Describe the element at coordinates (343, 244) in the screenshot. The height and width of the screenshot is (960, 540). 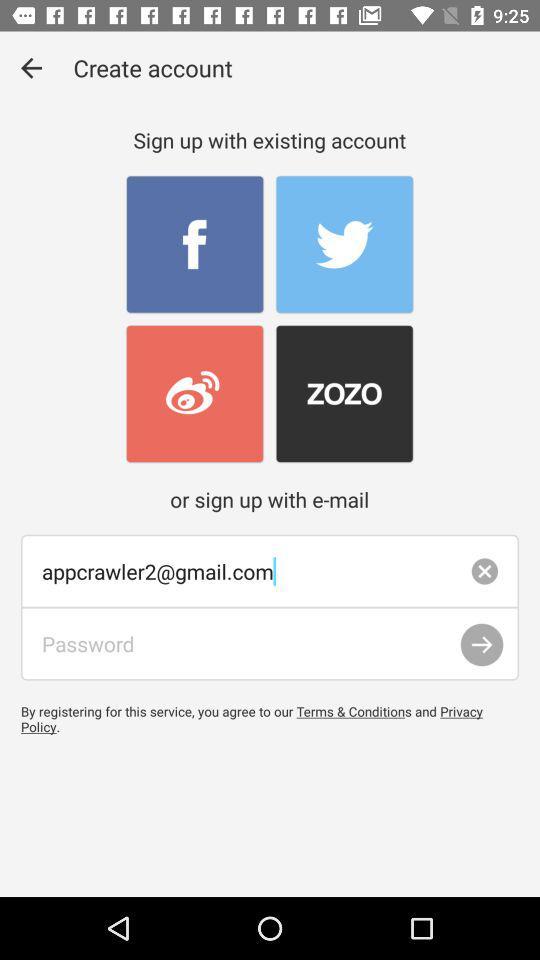
I see `twiter page` at that location.